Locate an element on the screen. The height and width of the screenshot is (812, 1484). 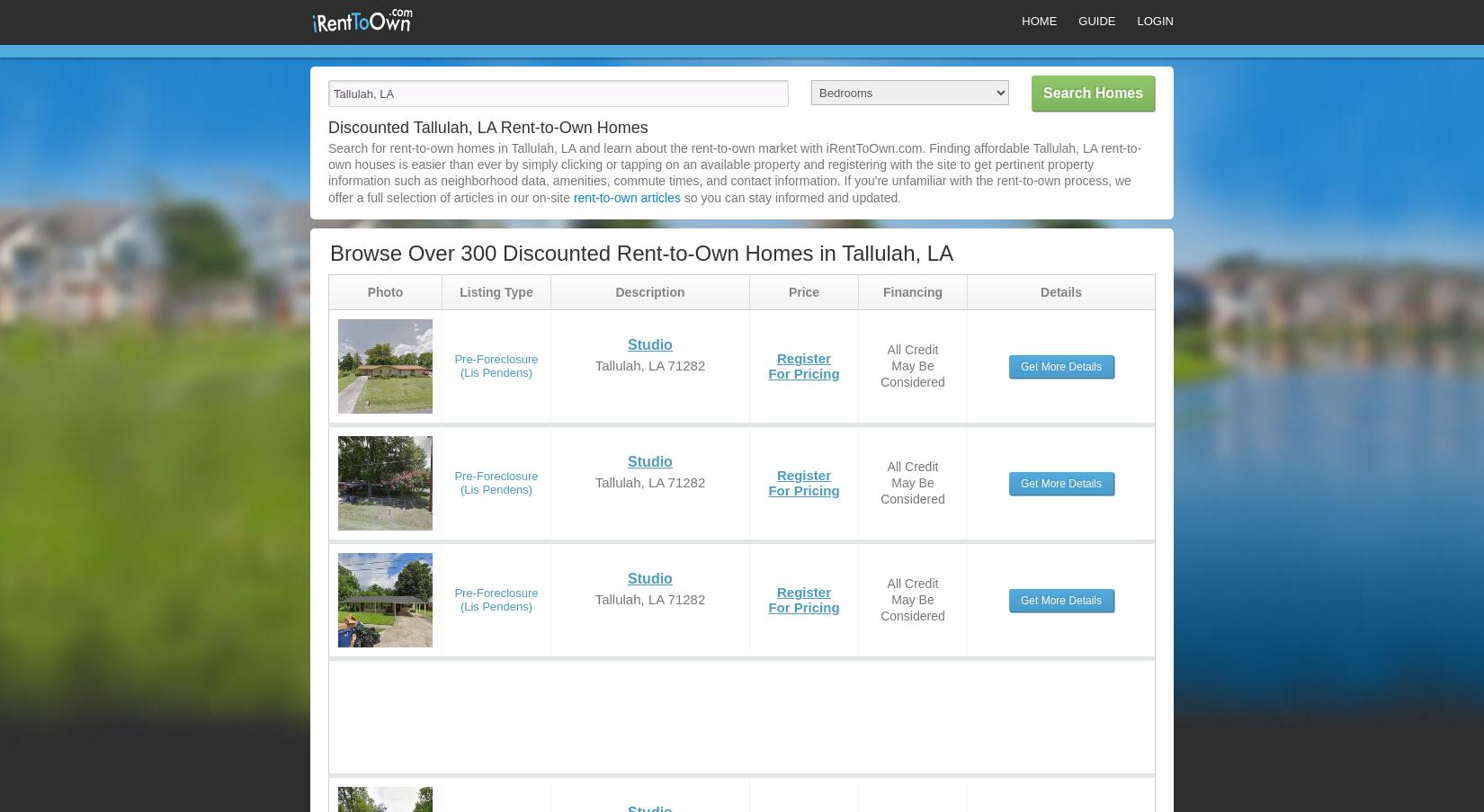
'Photo' is located at coordinates (384, 290).